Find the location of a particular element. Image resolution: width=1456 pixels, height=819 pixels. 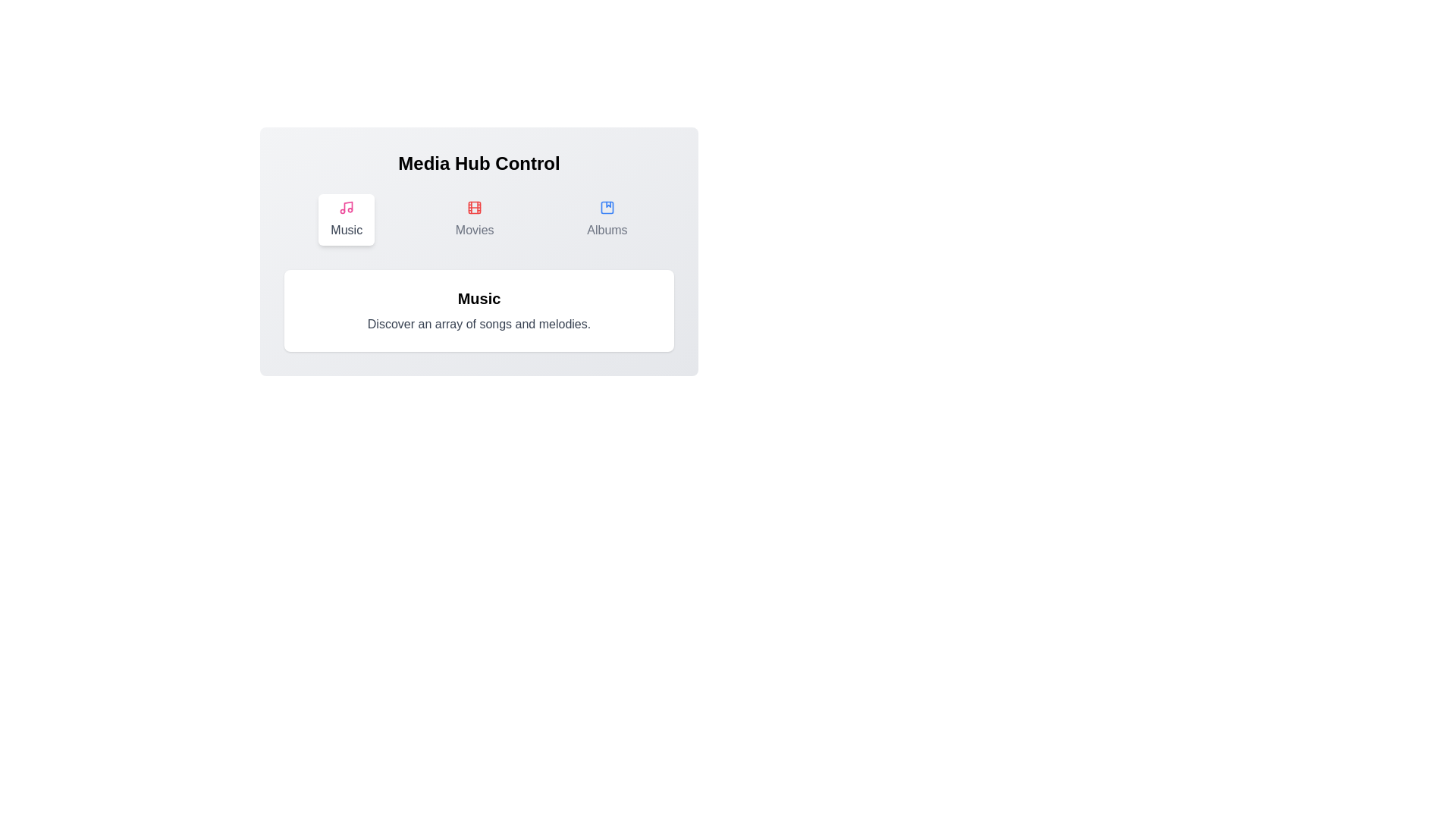

the media category Music by clicking its respective button is located at coordinates (346, 219).